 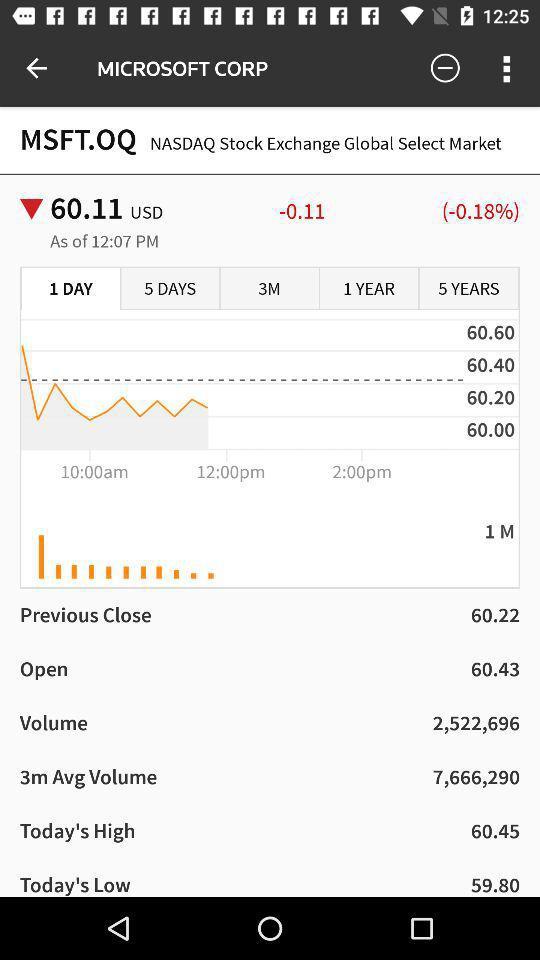 What do you see at coordinates (368, 288) in the screenshot?
I see `the item to the right of the 3m` at bounding box center [368, 288].